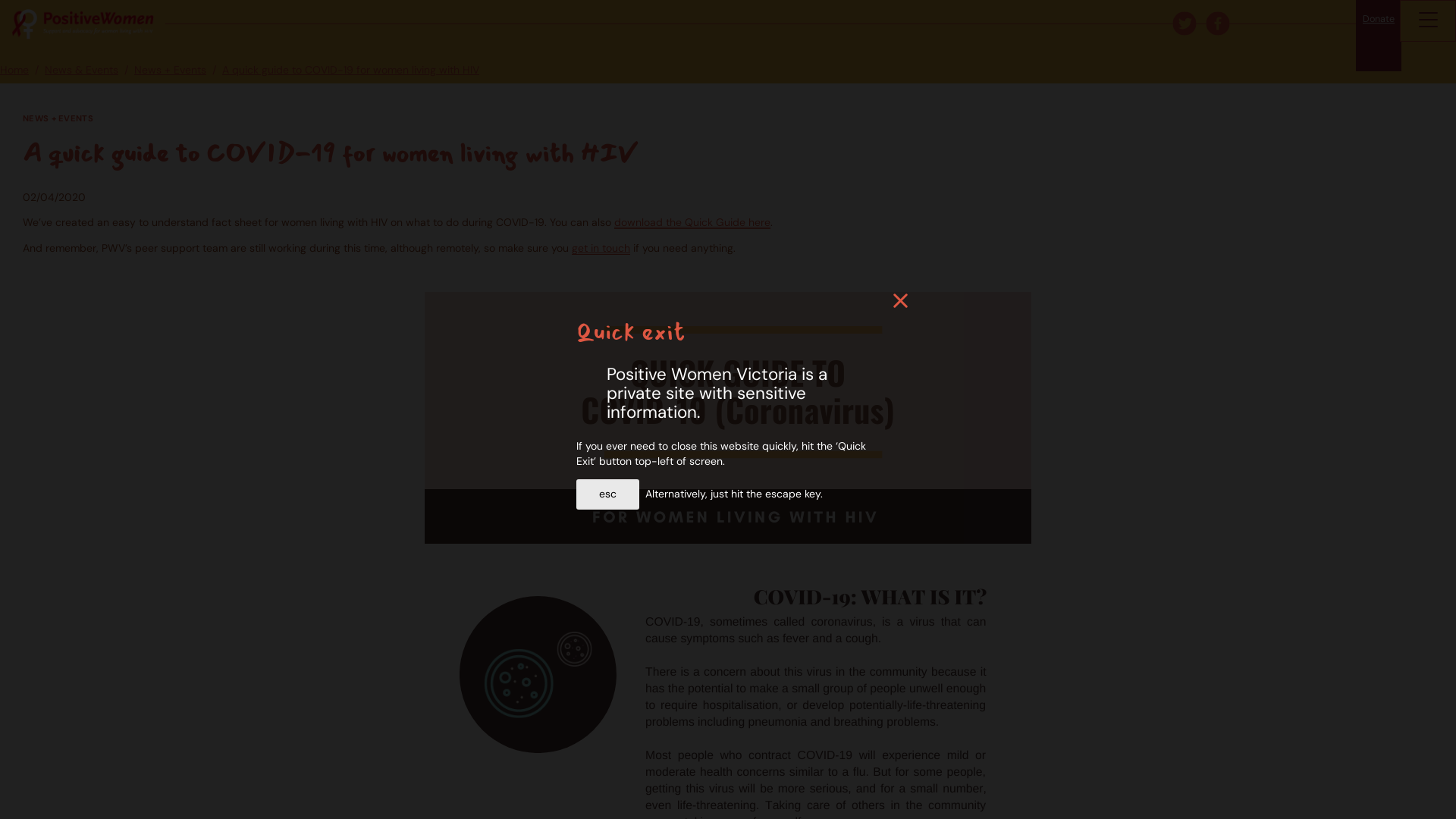 This screenshot has width=1456, height=819. Describe the element at coordinates (350, 70) in the screenshot. I see `'A quick guide to COVID-19 for women living with HIV'` at that location.